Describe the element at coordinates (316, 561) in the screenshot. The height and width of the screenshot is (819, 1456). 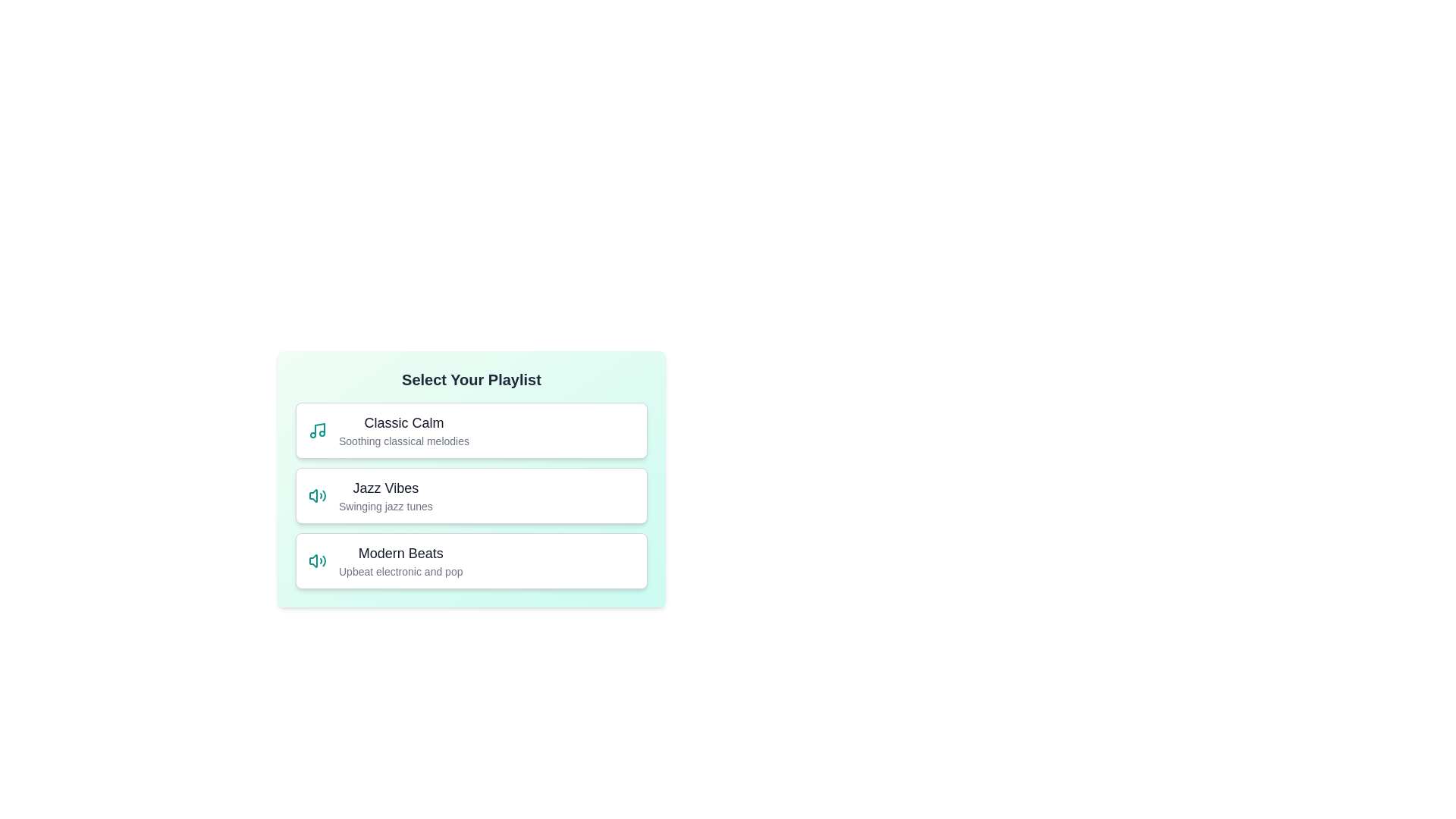
I see `the decorative icon on the left side of the 'Modern Beats' playlist entry, which signifies the theme of sound or music` at that location.